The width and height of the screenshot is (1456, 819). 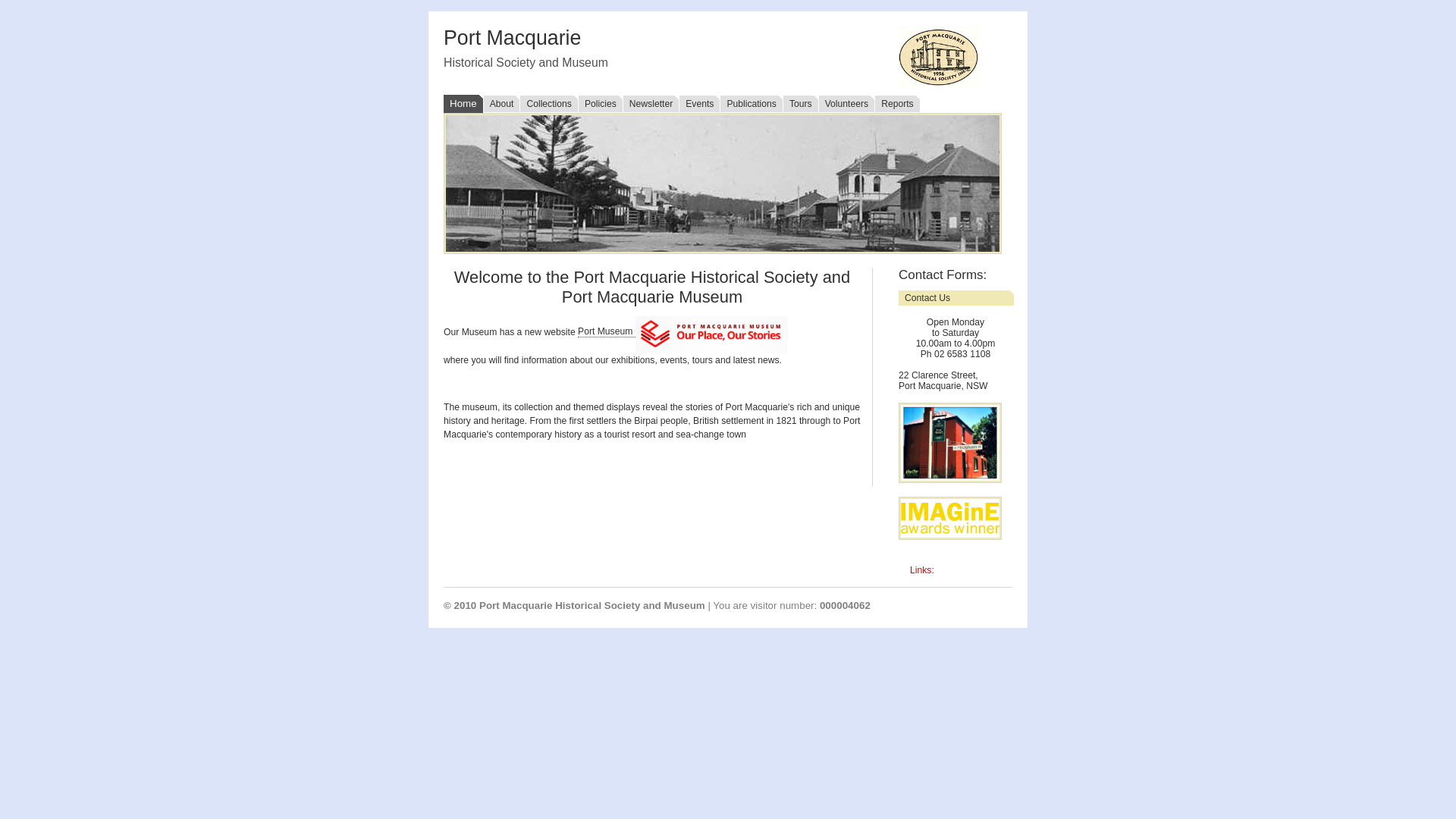 What do you see at coordinates (462, 103) in the screenshot?
I see `'Home'` at bounding box center [462, 103].